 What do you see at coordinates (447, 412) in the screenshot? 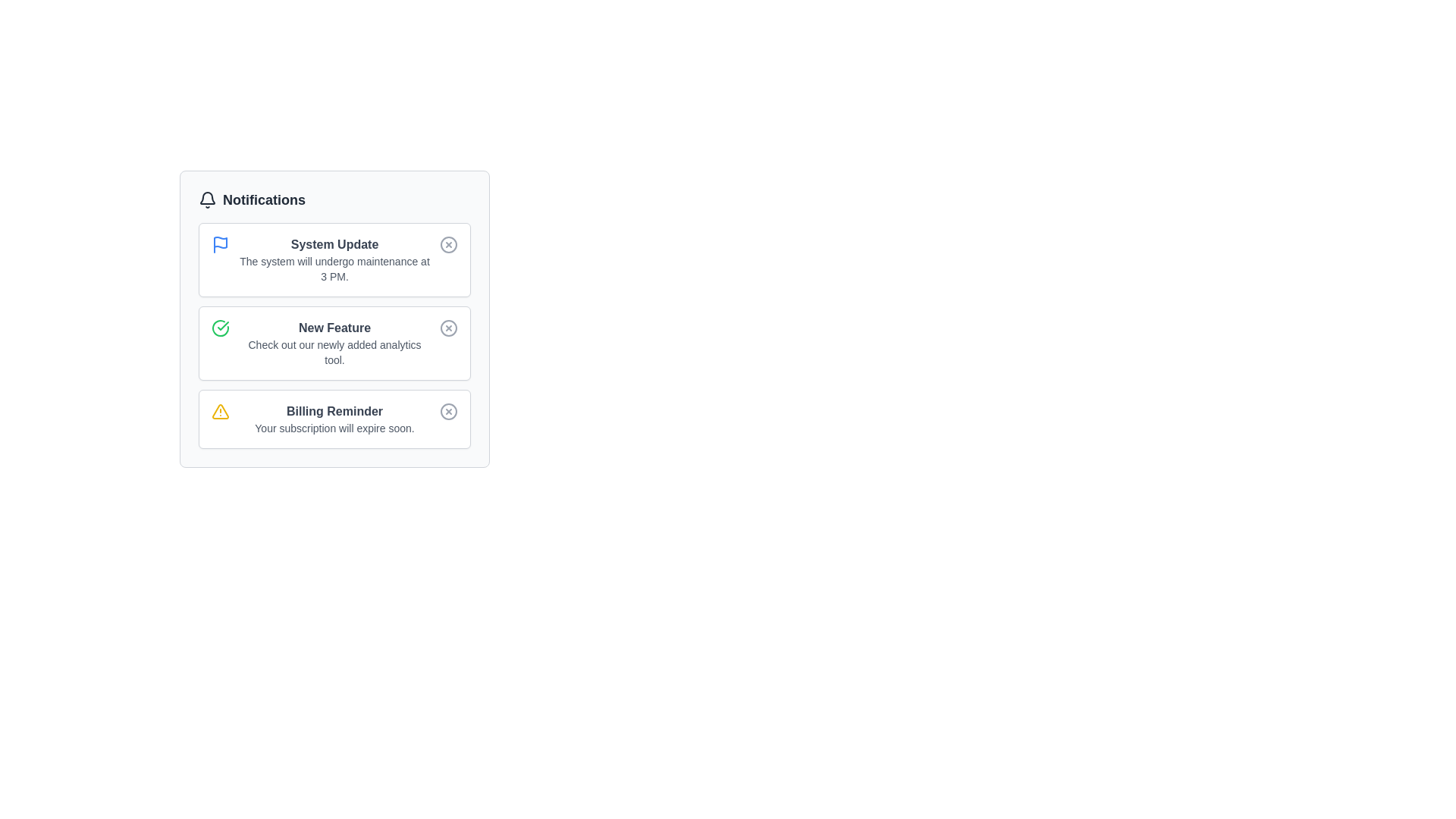
I see `the close button at the top-right corner of the 'Billing Reminder' notification` at bounding box center [447, 412].